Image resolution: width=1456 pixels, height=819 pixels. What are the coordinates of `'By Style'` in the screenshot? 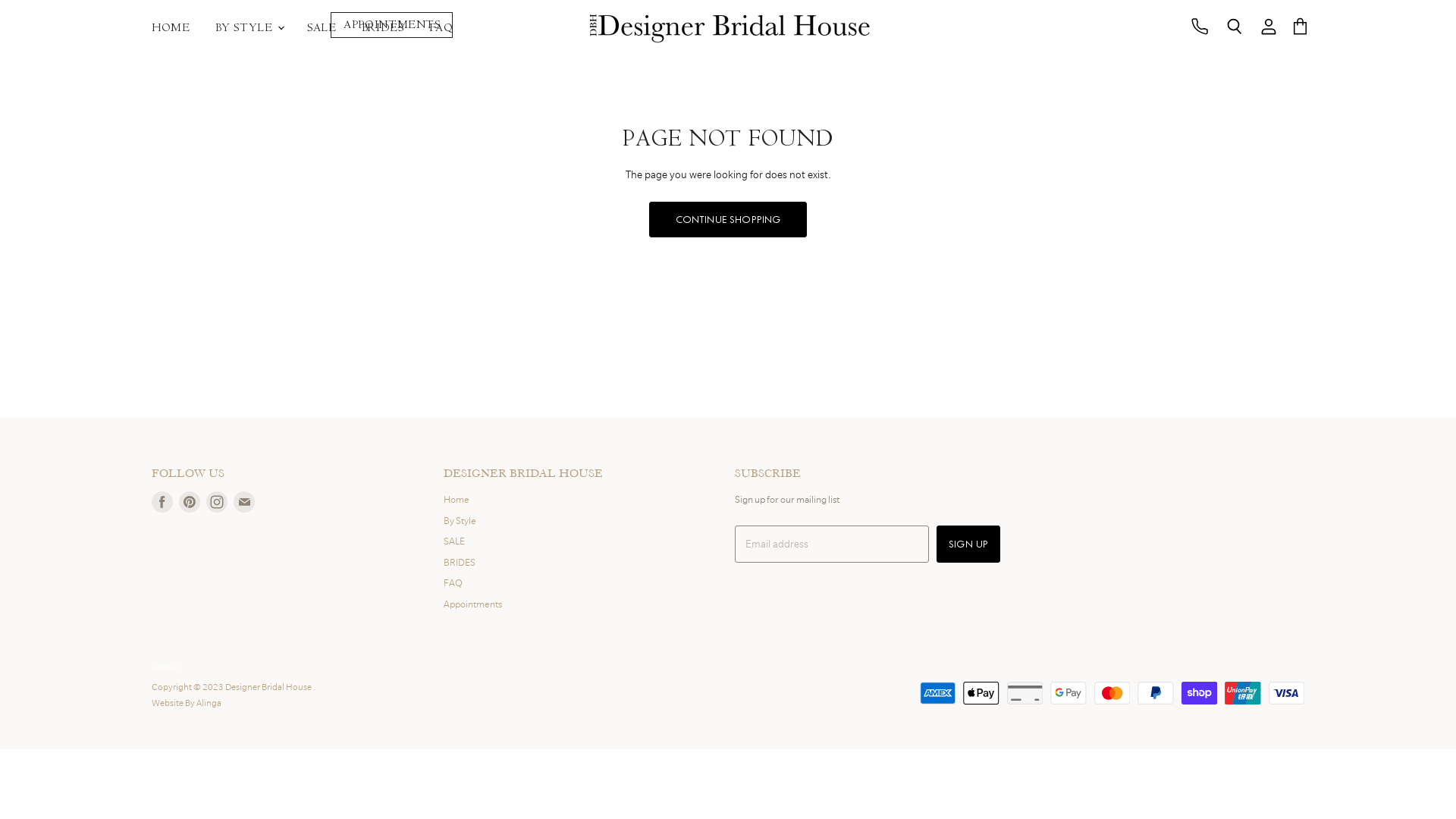 It's located at (443, 519).